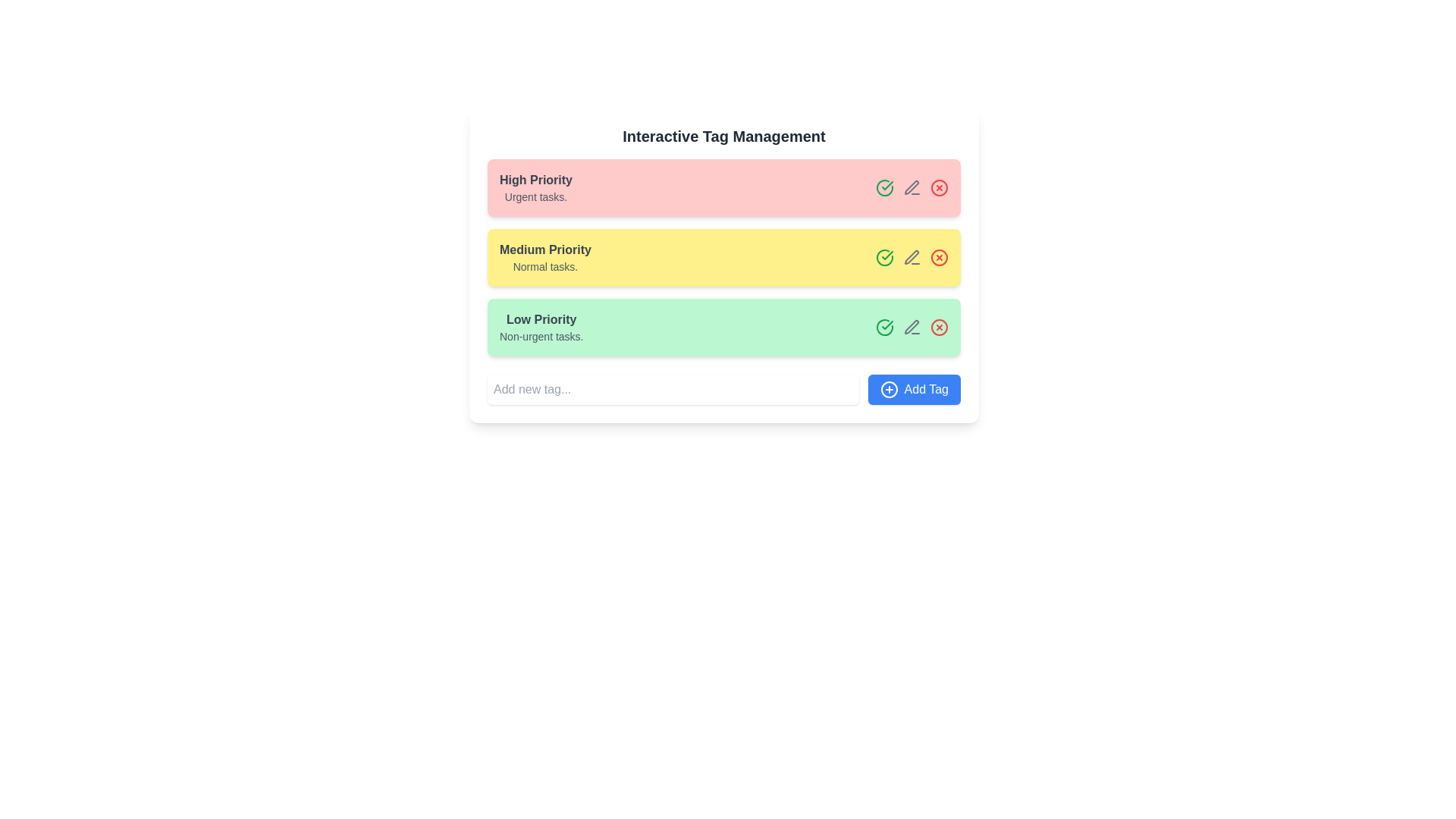  Describe the element at coordinates (889, 388) in the screenshot. I see `the circular icon component representing a 'plus' symbol located at the center of the 'Add Tag' button in the bottom-right corner of the interface` at that location.